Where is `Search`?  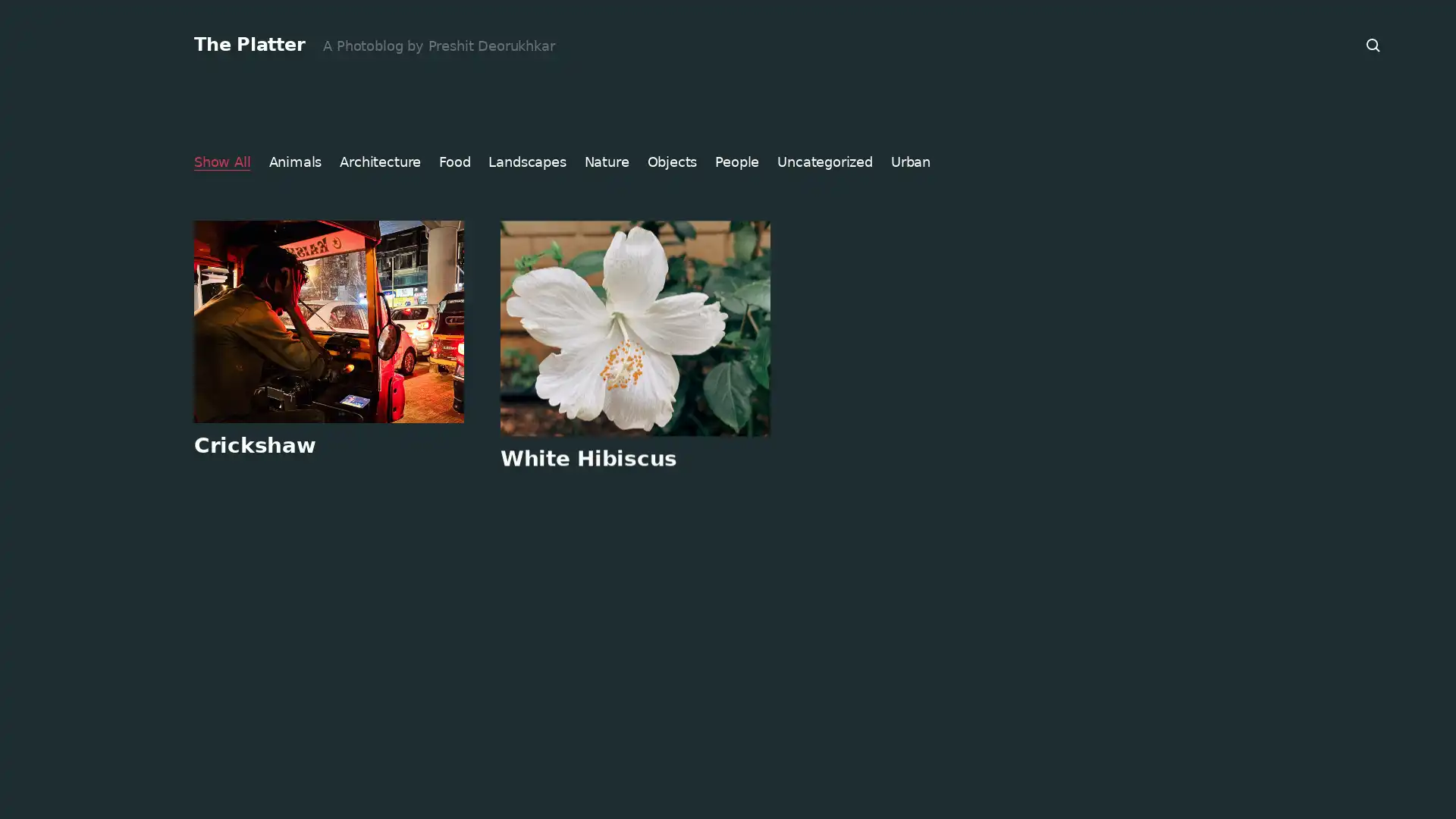
Search is located at coordinates (1373, 45).